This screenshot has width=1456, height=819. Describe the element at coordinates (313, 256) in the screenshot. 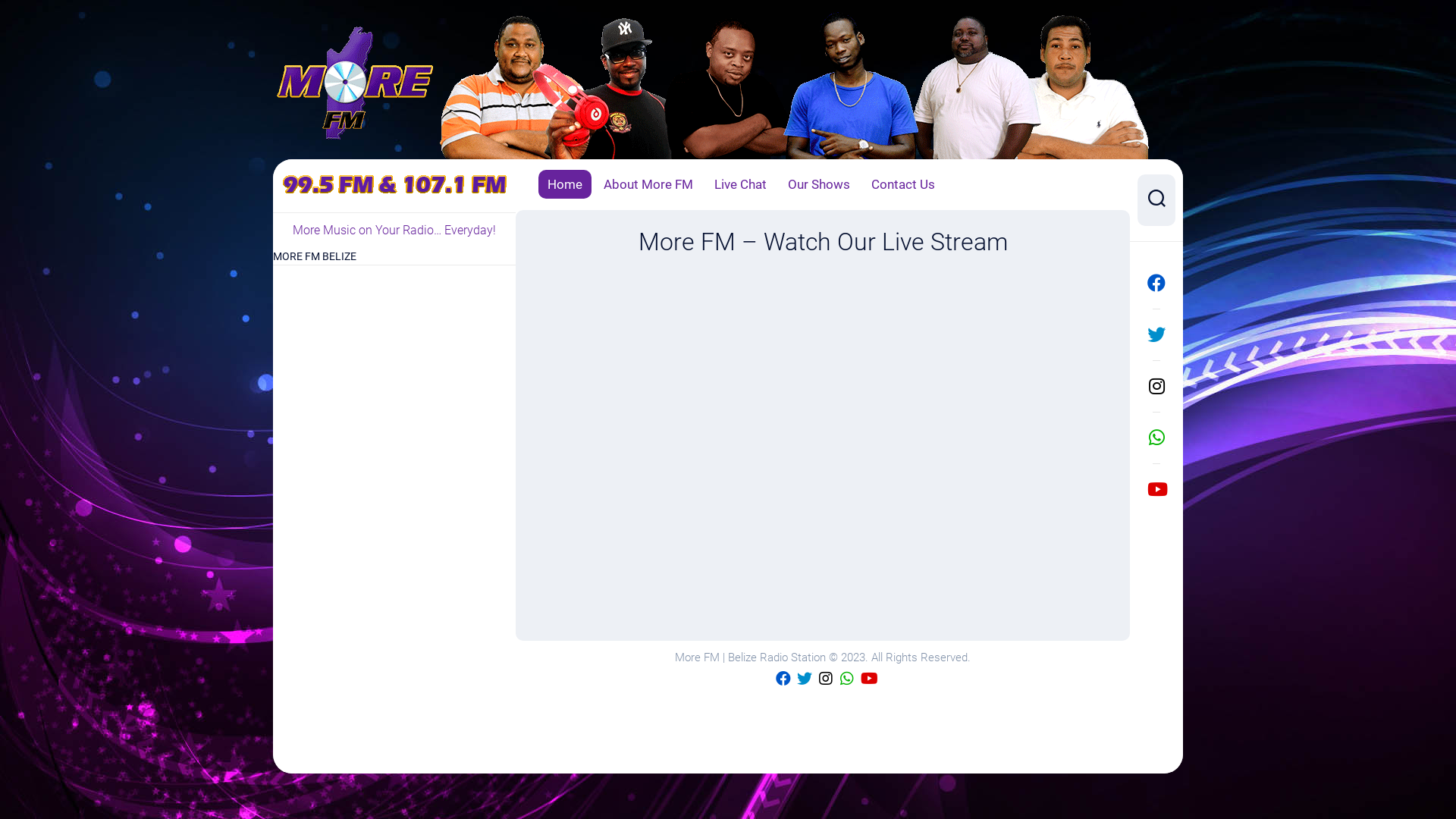

I see `'MORE FM BELIZE'` at that location.